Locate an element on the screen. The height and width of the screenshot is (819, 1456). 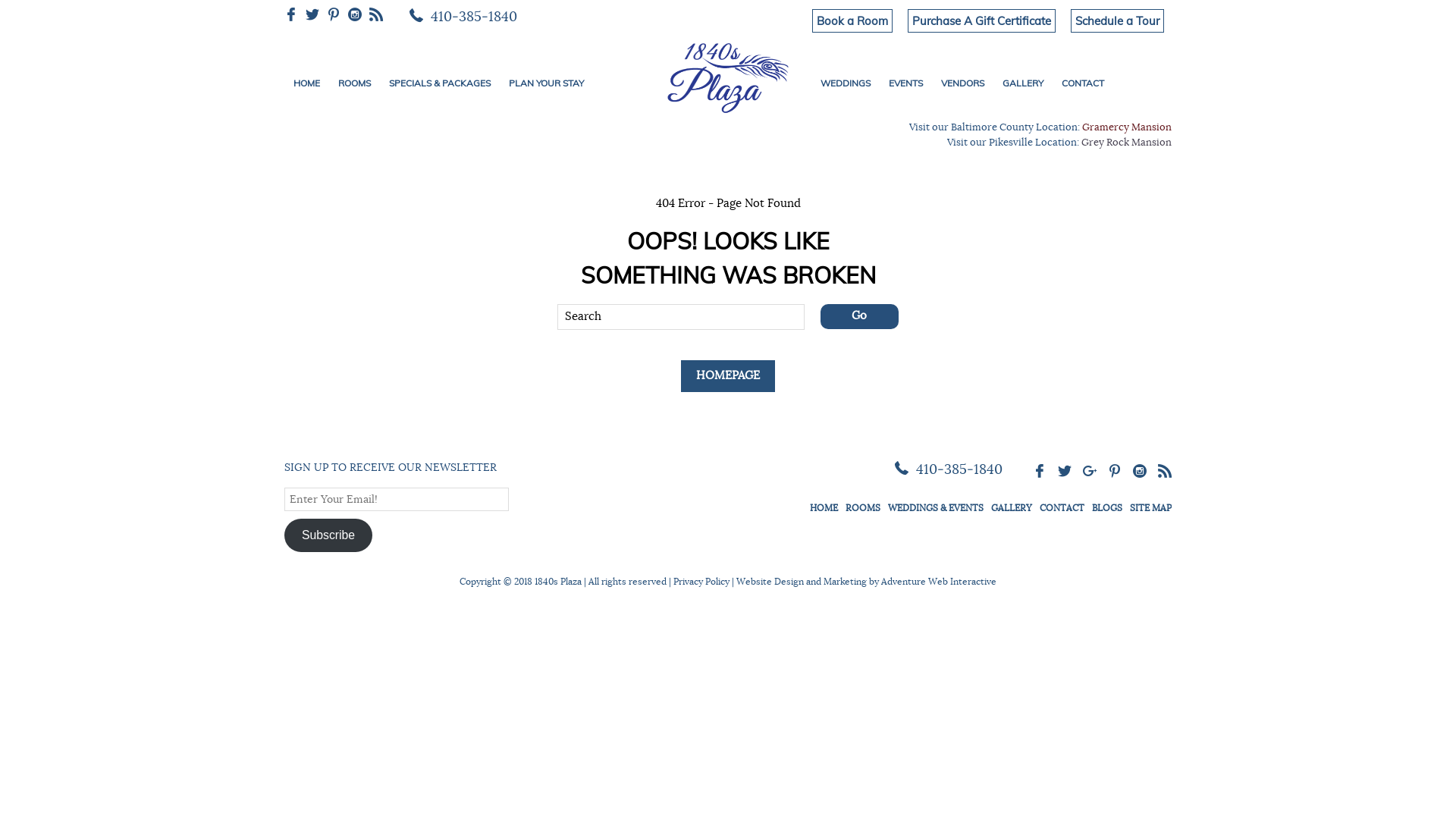
'Subscribe' is located at coordinates (284, 534).